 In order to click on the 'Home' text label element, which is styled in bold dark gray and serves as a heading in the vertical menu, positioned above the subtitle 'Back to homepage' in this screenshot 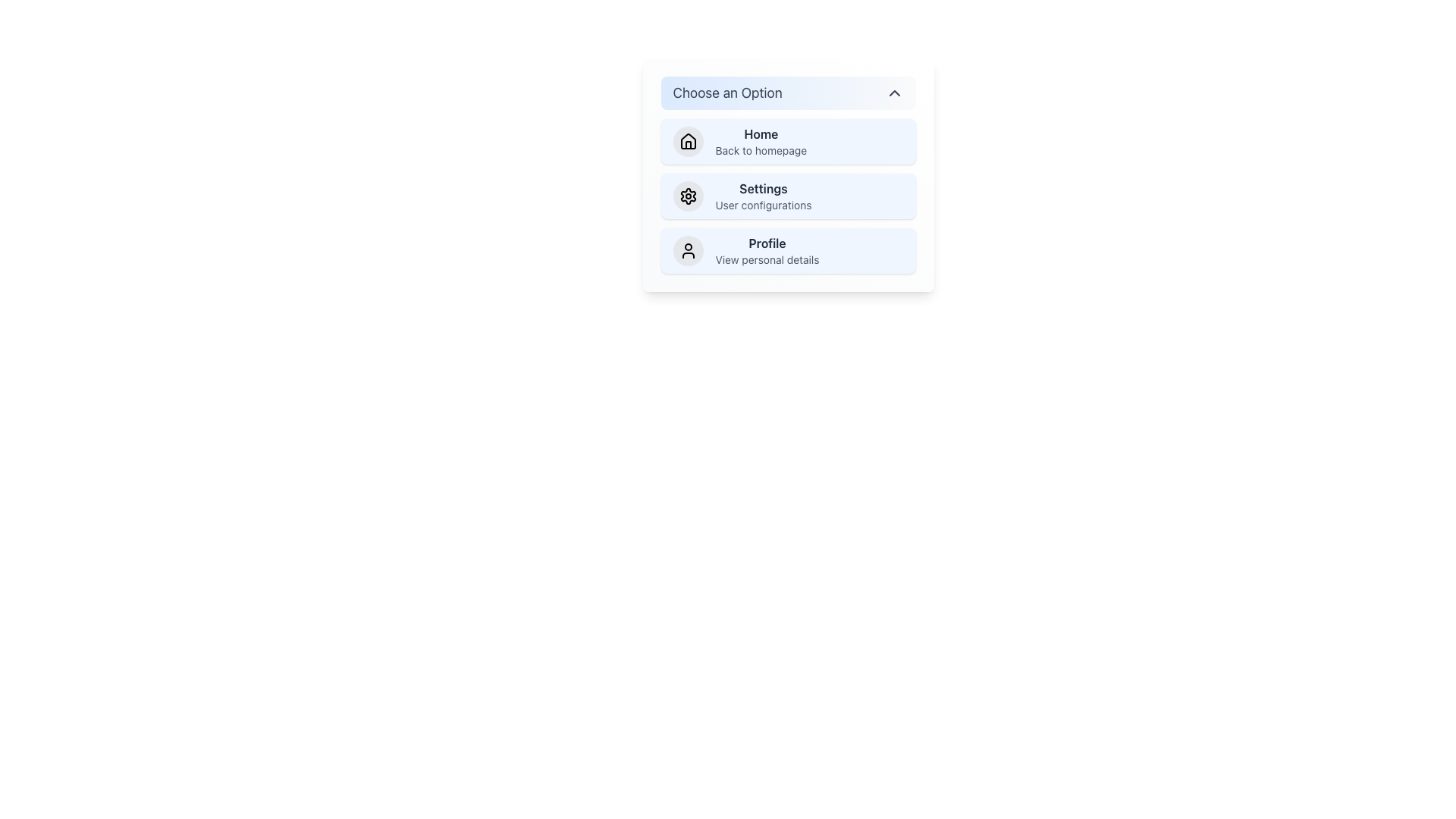, I will do `click(761, 133)`.